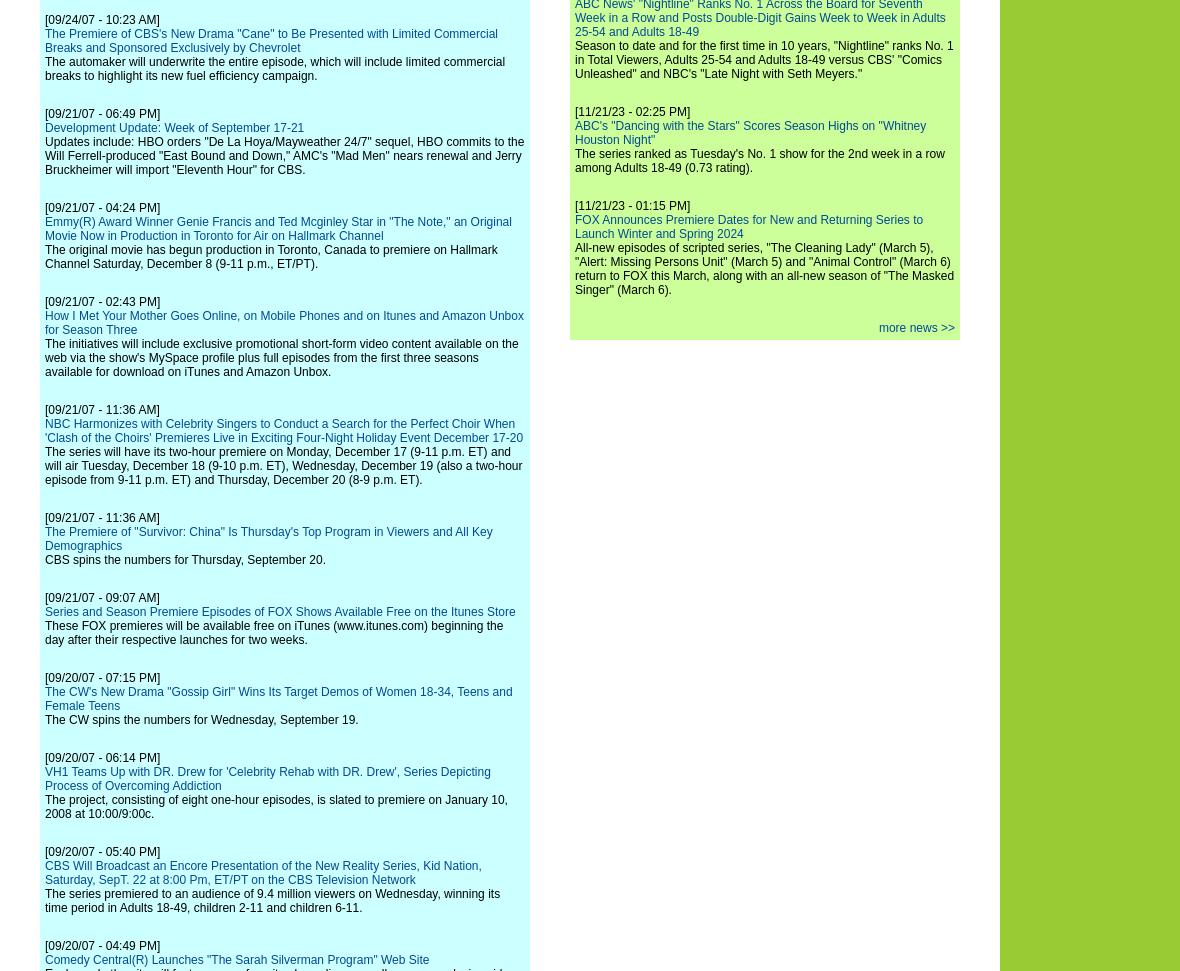  What do you see at coordinates (275, 68) in the screenshot?
I see `'The automaker will underwrite the entire episode, which will include limited commercial breaks to highlight its new fuel efficiency campaign.'` at bounding box center [275, 68].